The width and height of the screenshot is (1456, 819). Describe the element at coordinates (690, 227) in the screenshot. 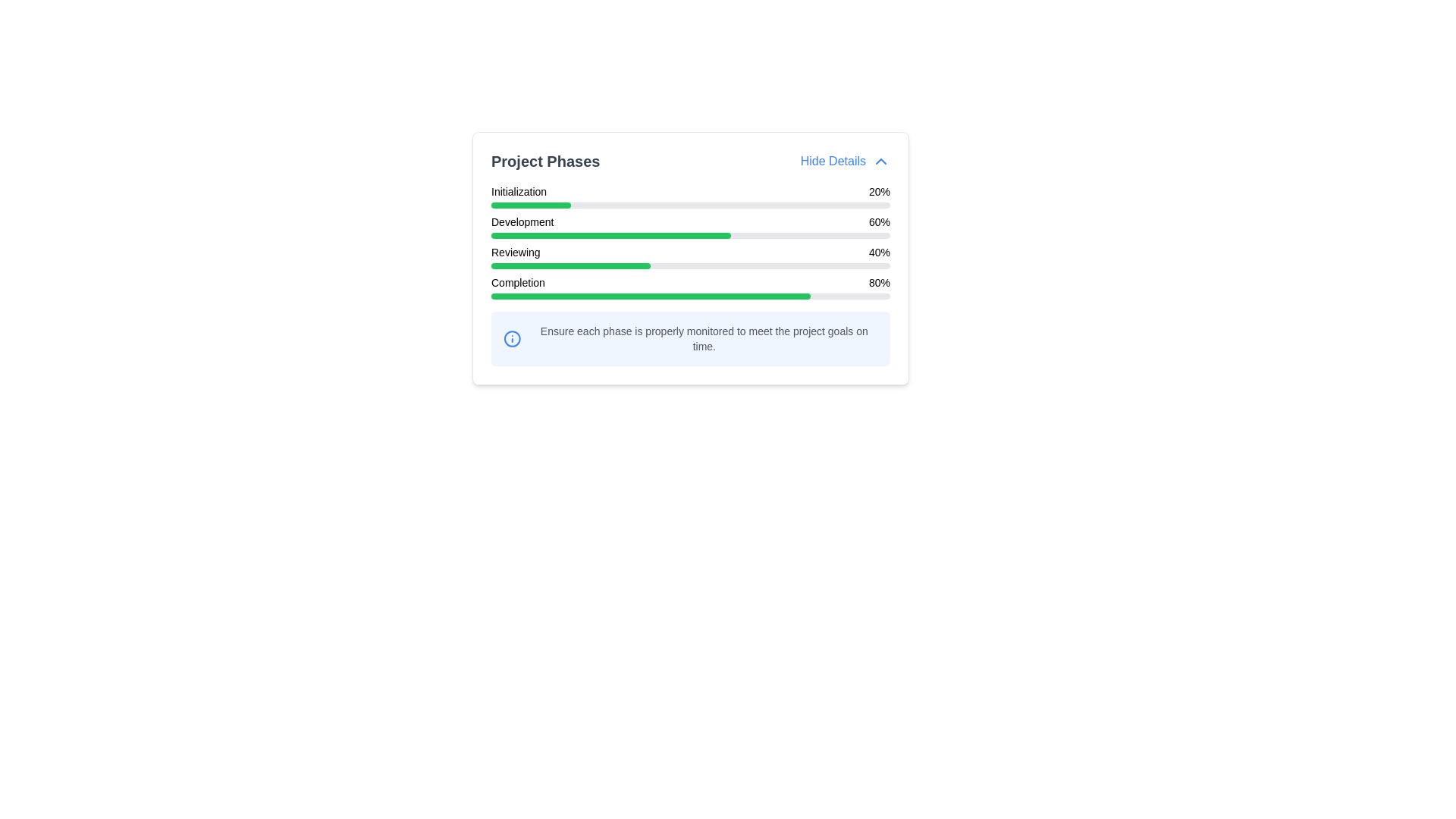

I see `the second progress bar in the 'Project Phases' panel, which indicates 60% completion of the 'Development' phase` at that location.